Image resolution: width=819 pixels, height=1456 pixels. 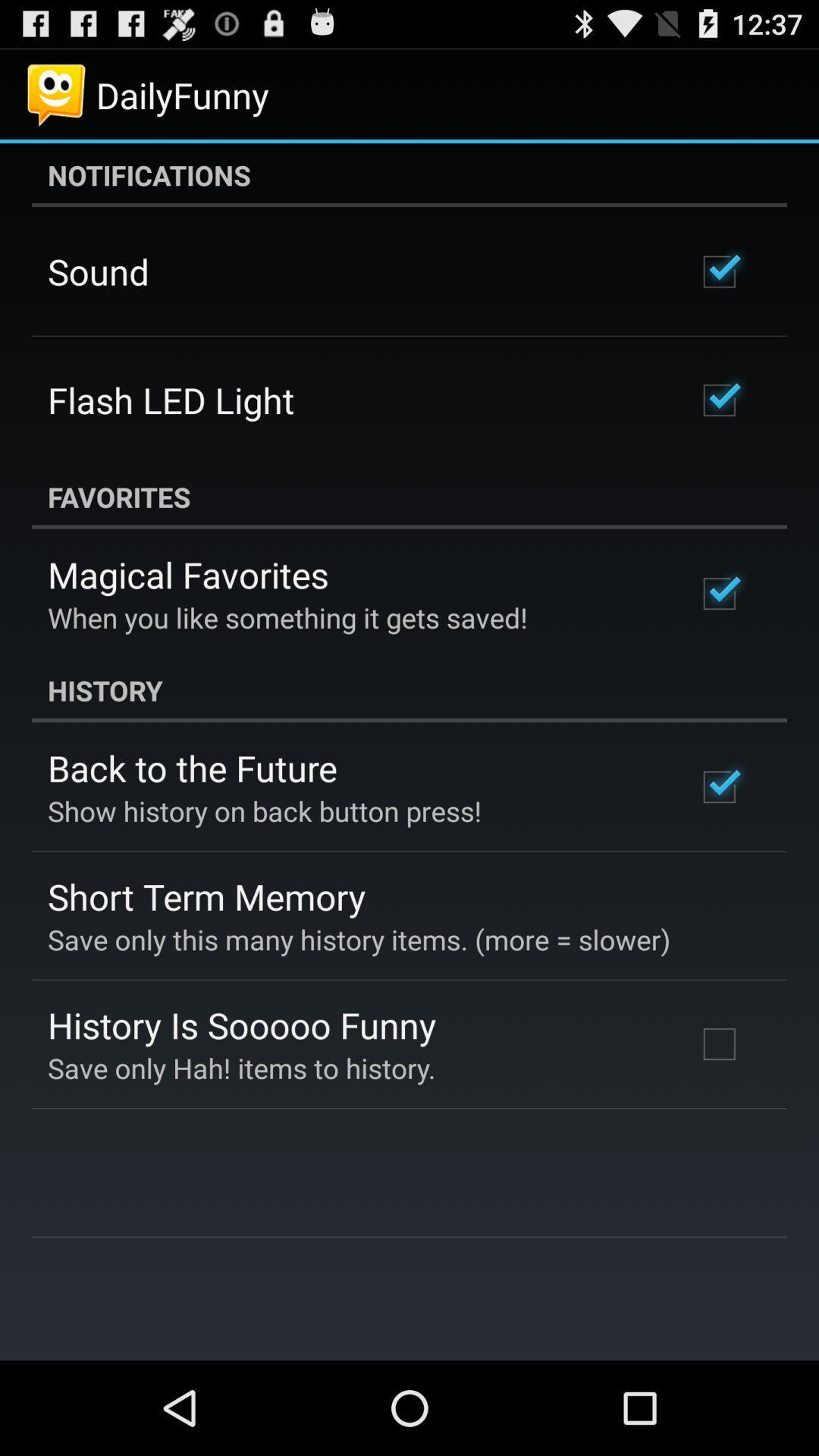 What do you see at coordinates (409, 174) in the screenshot?
I see `the notifications` at bounding box center [409, 174].